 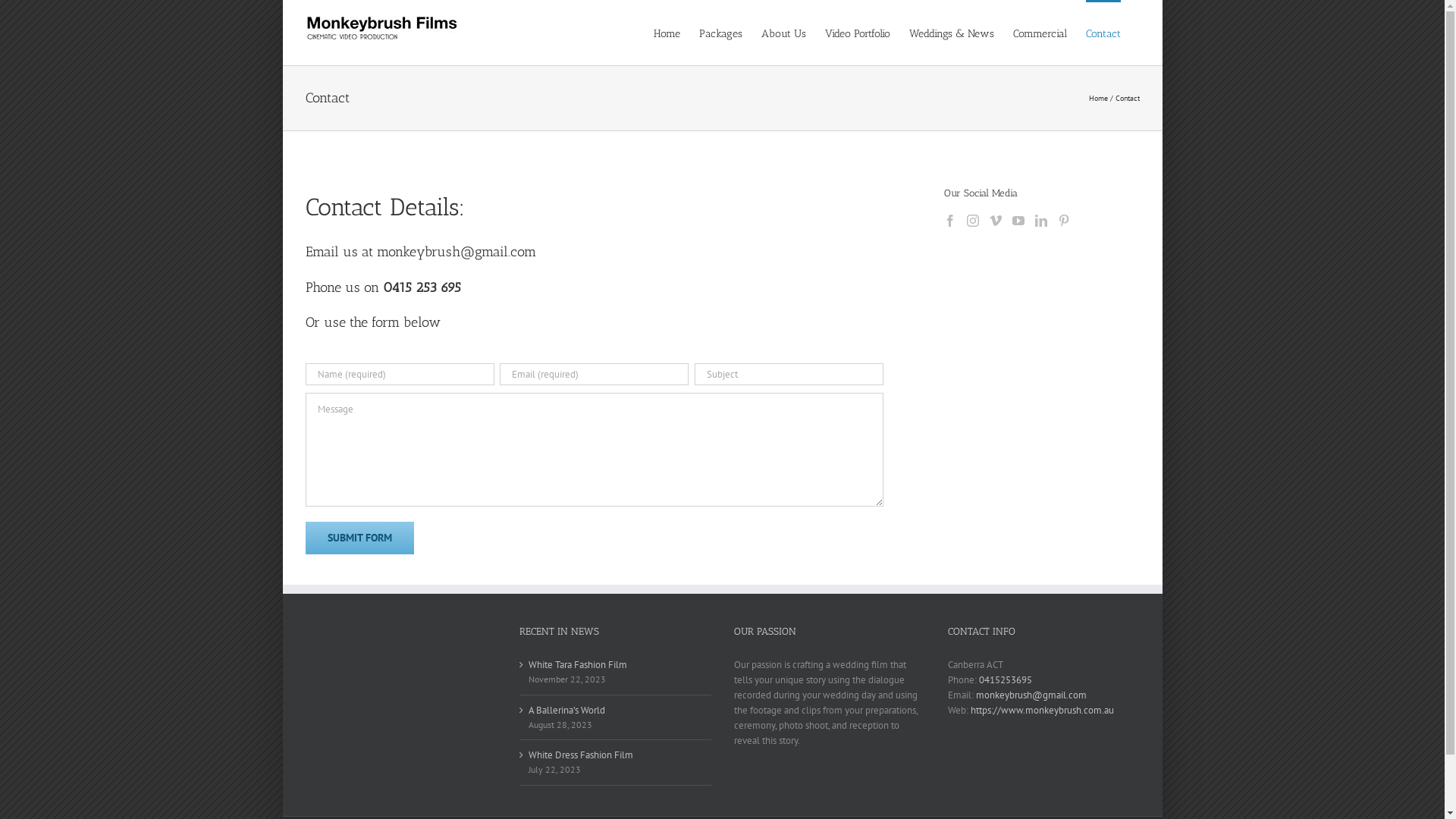 What do you see at coordinates (1034, 220) in the screenshot?
I see `'LinkedIn'` at bounding box center [1034, 220].